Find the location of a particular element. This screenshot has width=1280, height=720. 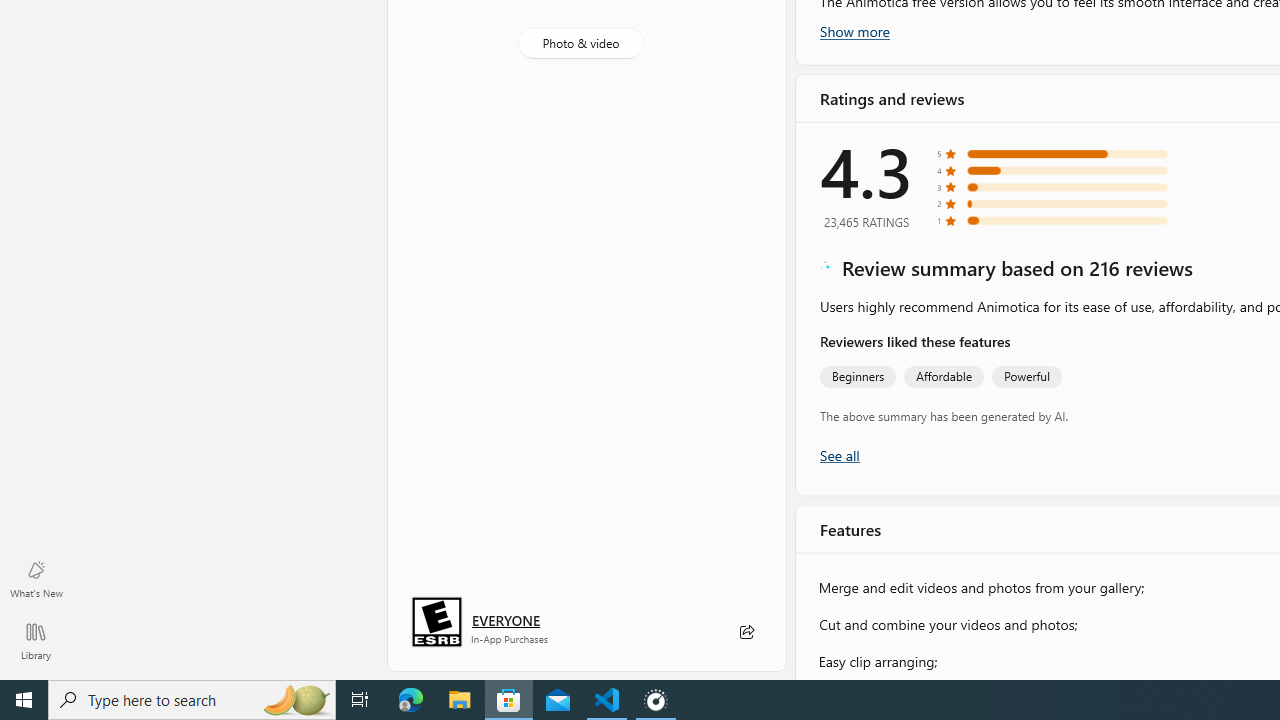

'Age rating: EVERYONE. Click for more information.' is located at coordinates (506, 618).